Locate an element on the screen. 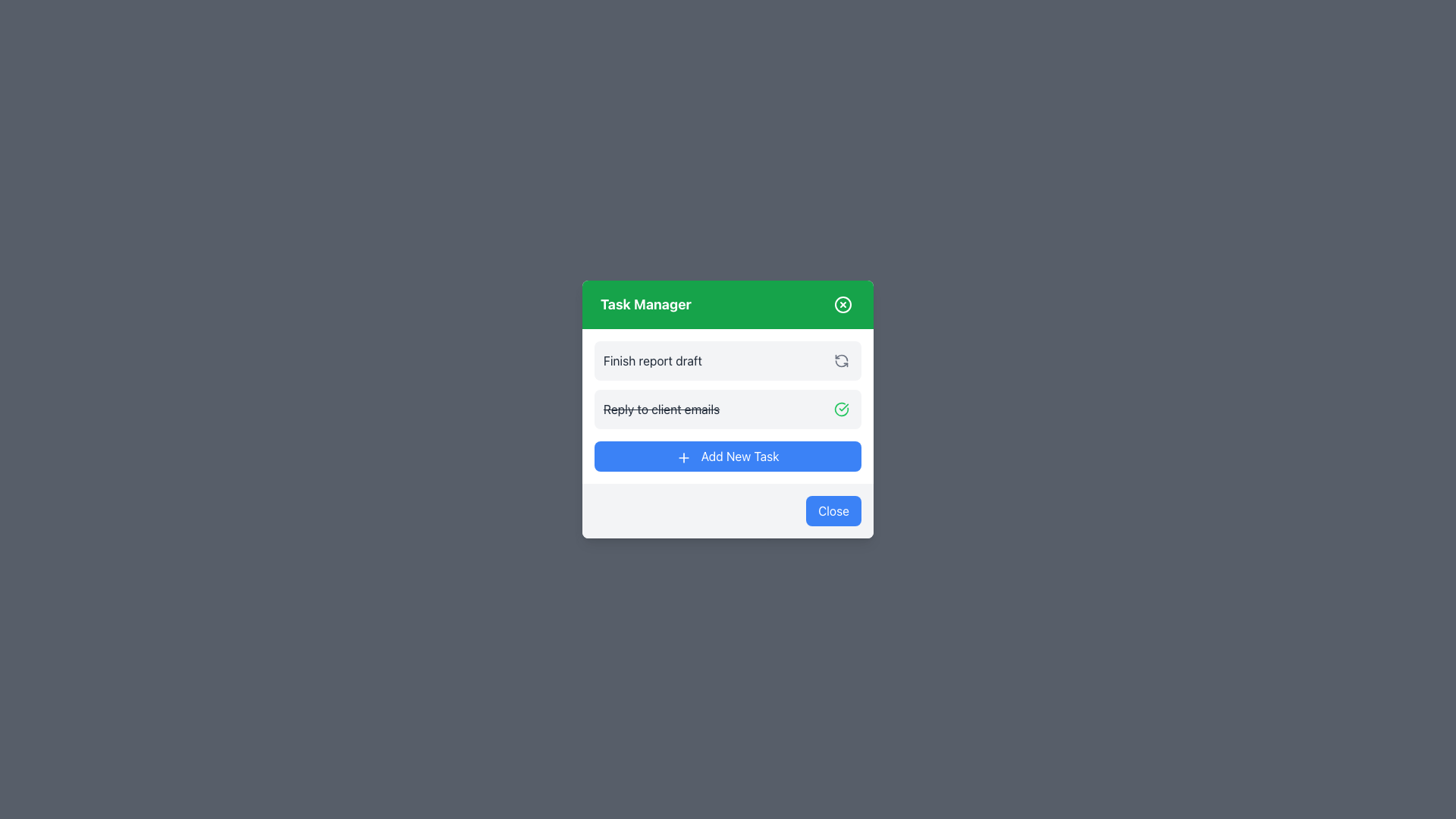 Image resolution: width=1456 pixels, height=819 pixels. the 'Add New Task' button with a vibrant blue background and white text is located at coordinates (728, 455).